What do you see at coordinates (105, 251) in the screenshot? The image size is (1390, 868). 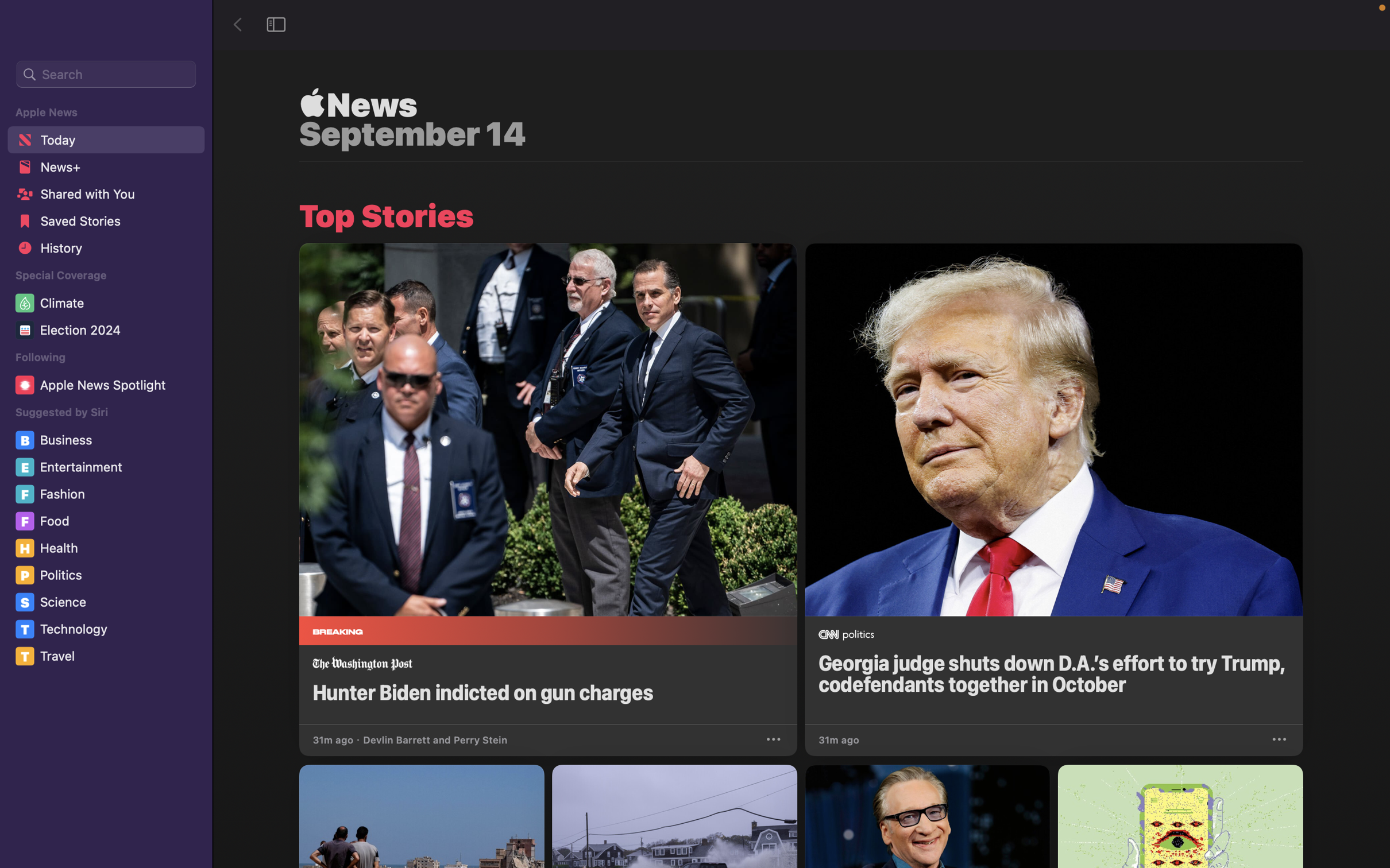 I see `the "History" tab` at bounding box center [105, 251].